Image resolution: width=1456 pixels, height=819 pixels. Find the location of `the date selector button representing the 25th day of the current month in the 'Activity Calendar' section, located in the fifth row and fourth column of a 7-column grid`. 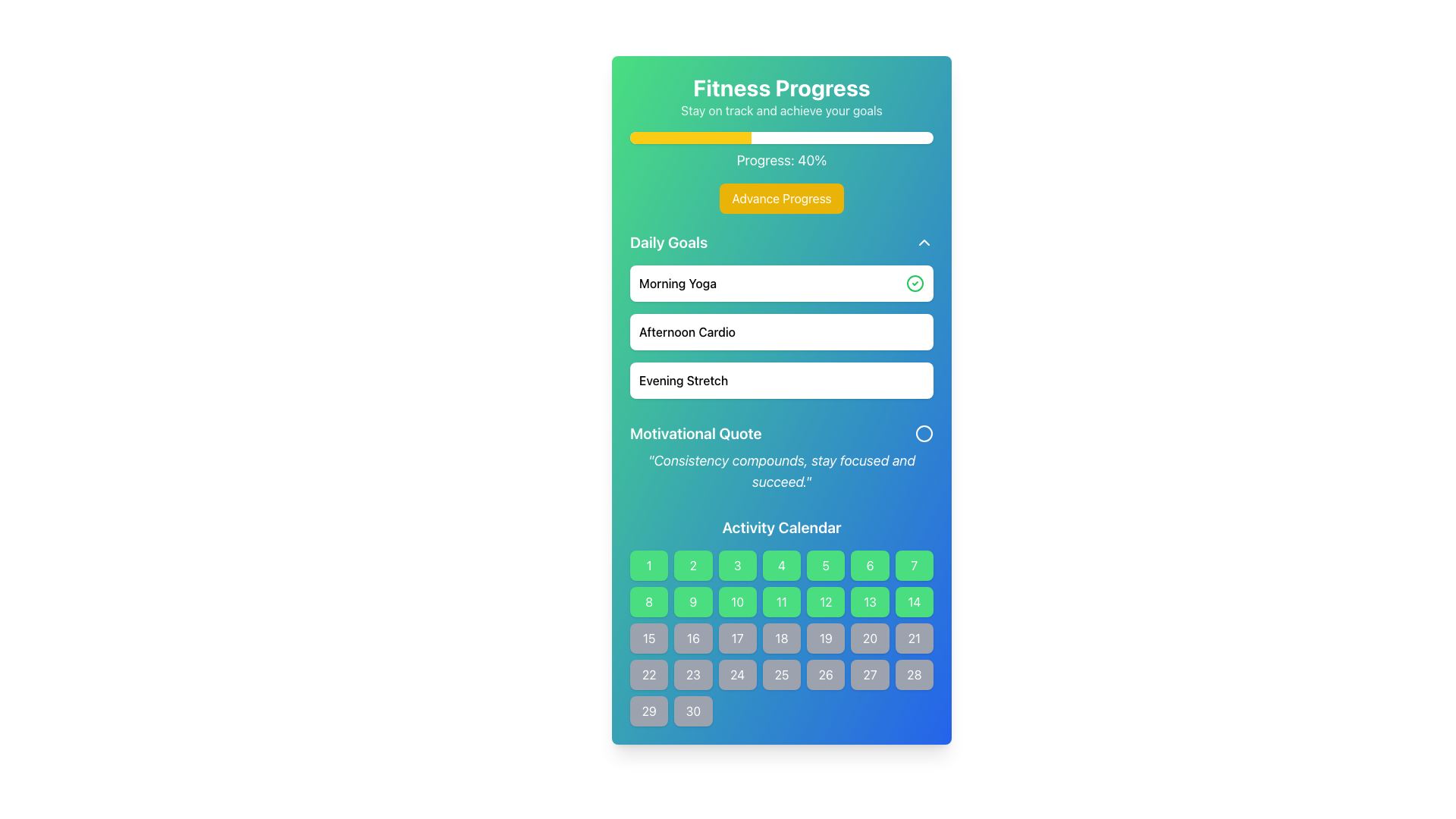

the date selector button representing the 25th day of the current month in the 'Activity Calendar' section, located in the fifth row and fourth column of a 7-column grid is located at coordinates (781, 674).